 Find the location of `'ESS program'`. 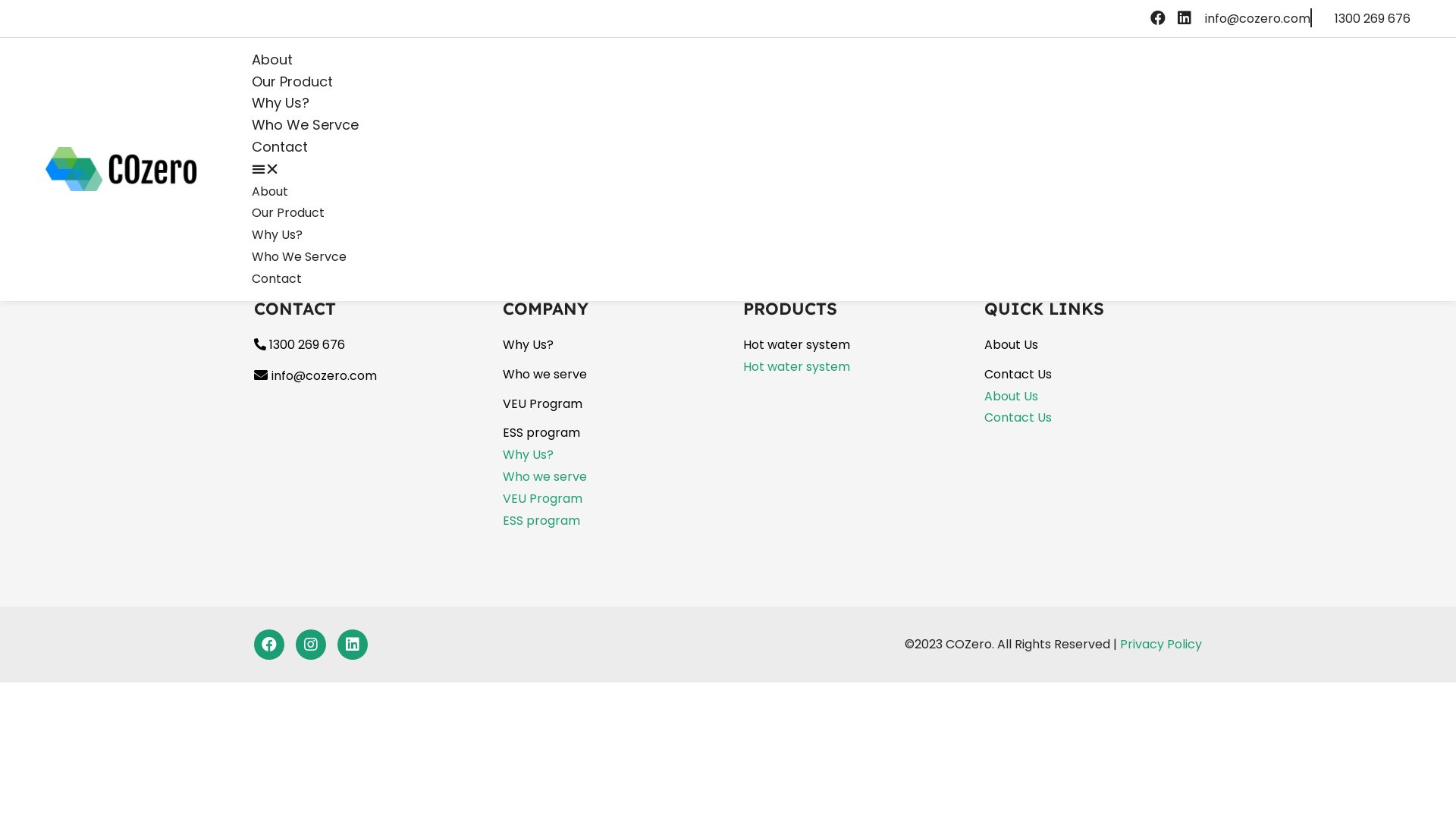

'ESS program' is located at coordinates (541, 432).